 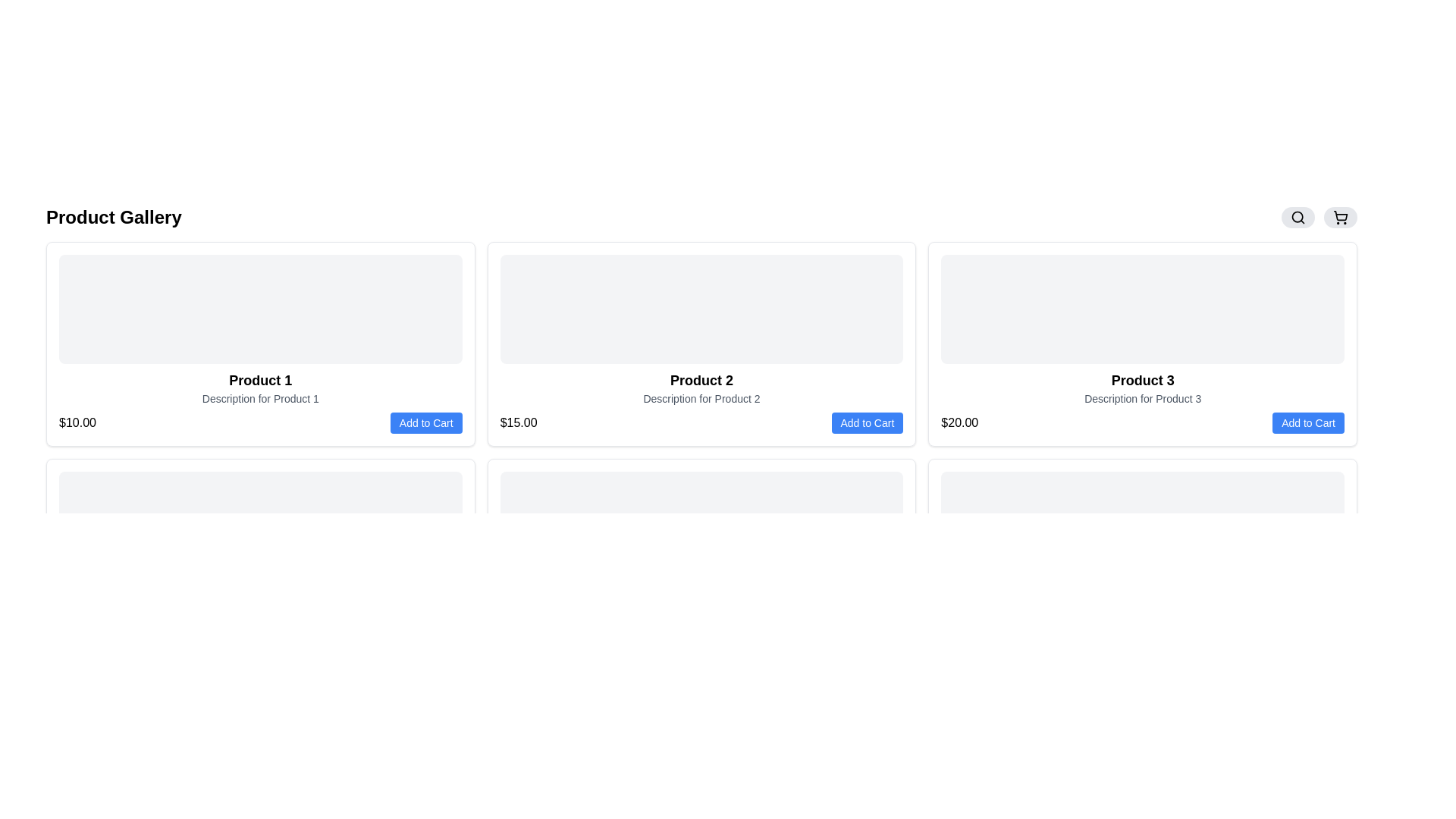 What do you see at coordinates (1307, 423) in the screenshot?
I see `the blue button labeled 'Add to Cart' in the bottom-right corner of the 'Product 3' panel to change its color` at bounding box center [1307, 423].